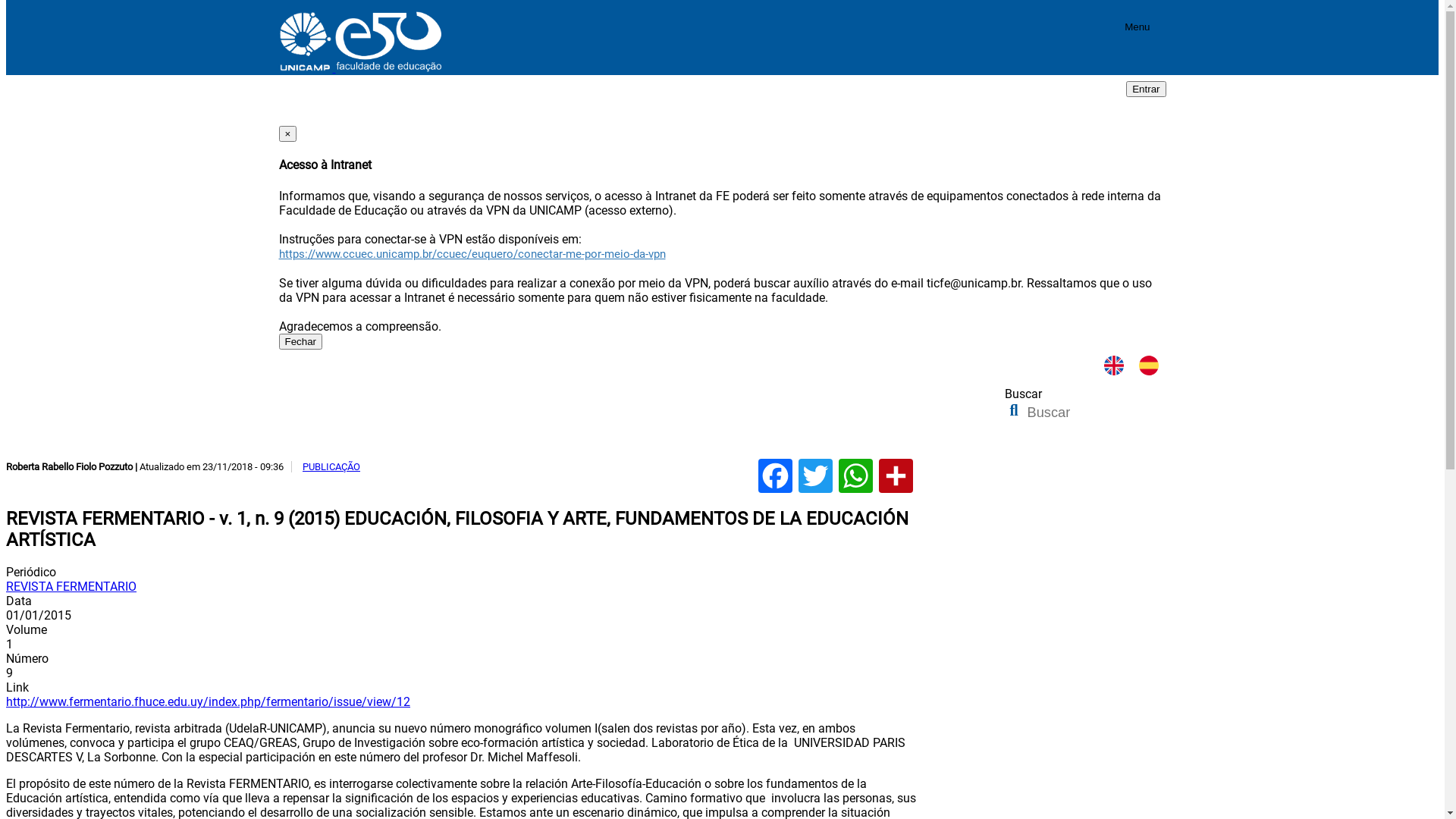 This screenshot has height=819, width=1456. Describe the element at coordinates (300, 341) in the screenshot. I see `'Fechar'` at that location.